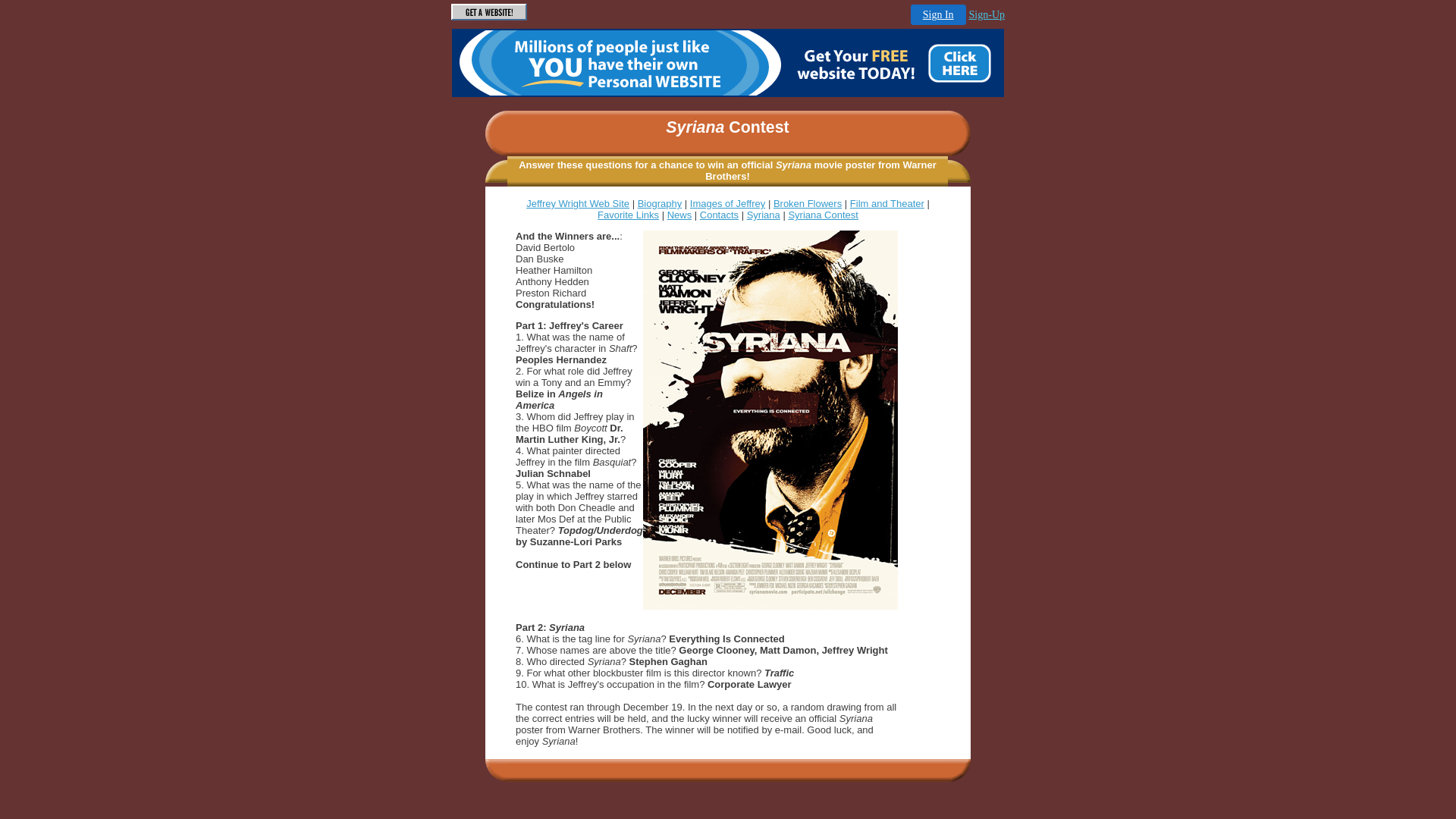  I want to click on 'Broken Flowers', so click(773, 202).